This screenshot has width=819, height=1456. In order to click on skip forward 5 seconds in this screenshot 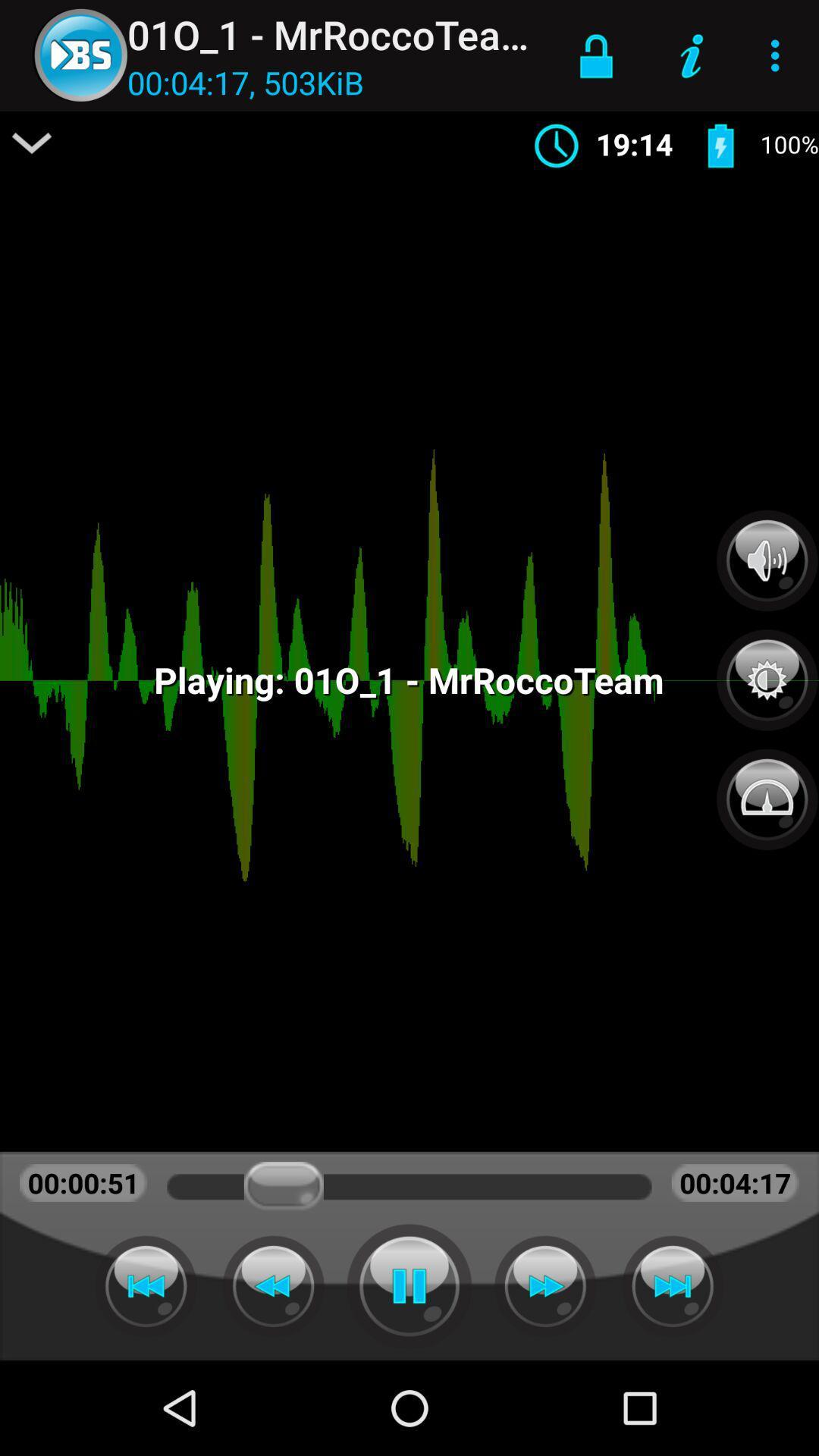, I will do `click(672, 1285)`.